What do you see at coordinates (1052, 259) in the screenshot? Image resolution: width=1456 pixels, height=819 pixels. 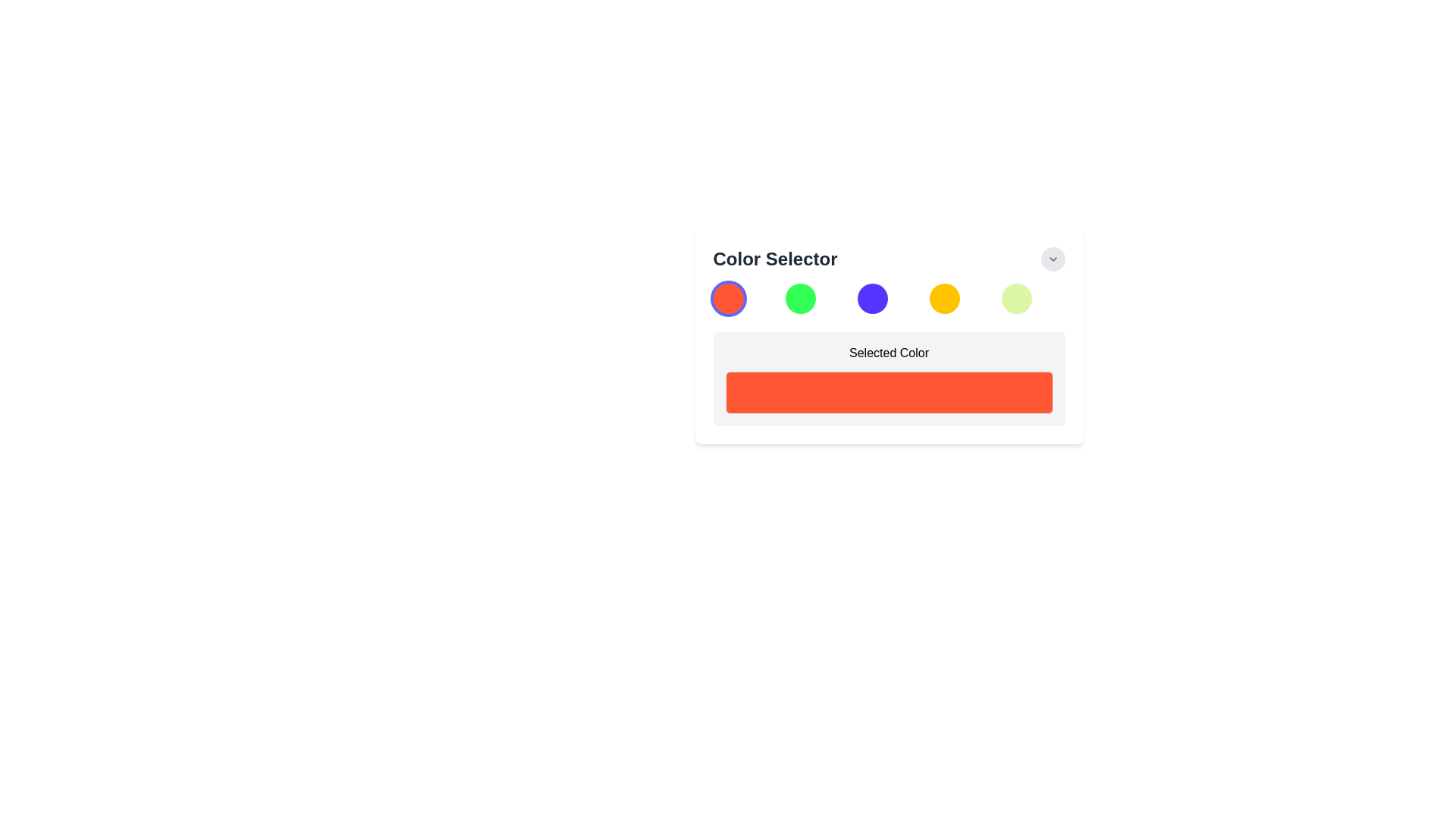 I see `the dropdown toggle button located at the top-right corner of the 'Color Selector' section` at bounding box center [1052, 259].